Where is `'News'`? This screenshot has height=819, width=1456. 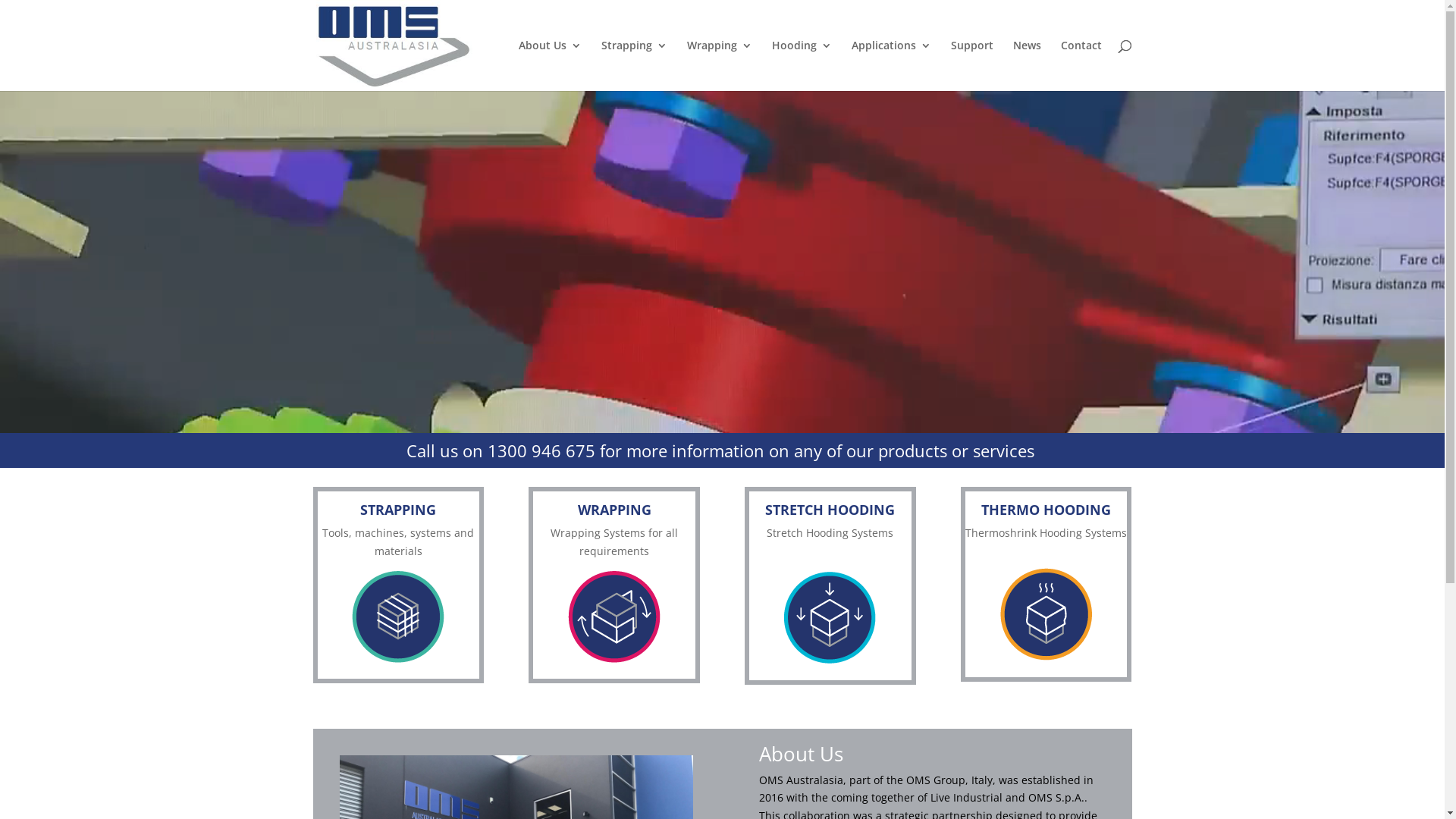
'News' is located at coordinates (1027, 64).